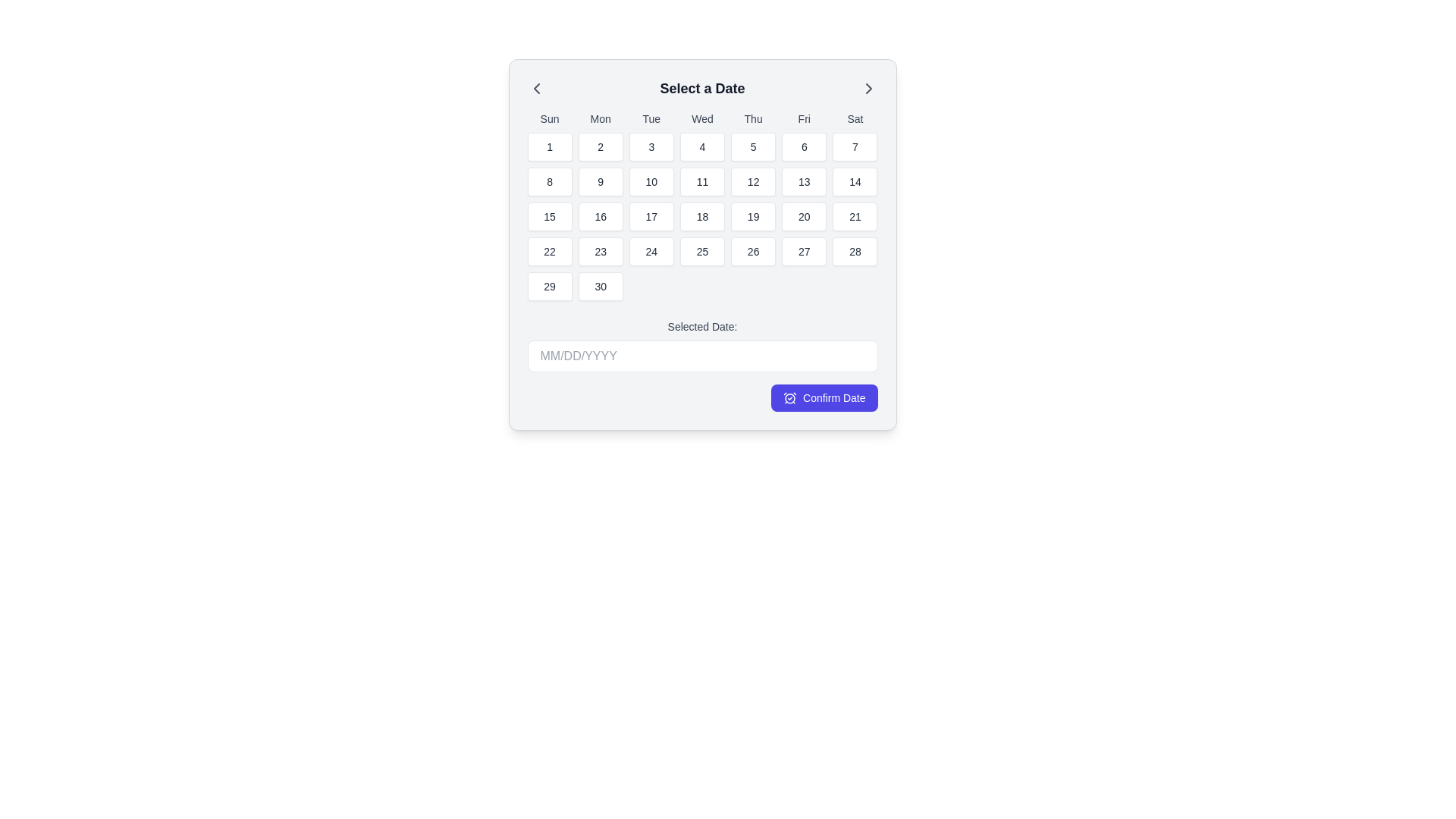 This screenshot has width=1456, height=819. Describe the element at coordinates (701, 88) in the screenshot. I see `the heading text label that reads 'Select a Date', prominently displayed at the top of the calendar interface` at that location.